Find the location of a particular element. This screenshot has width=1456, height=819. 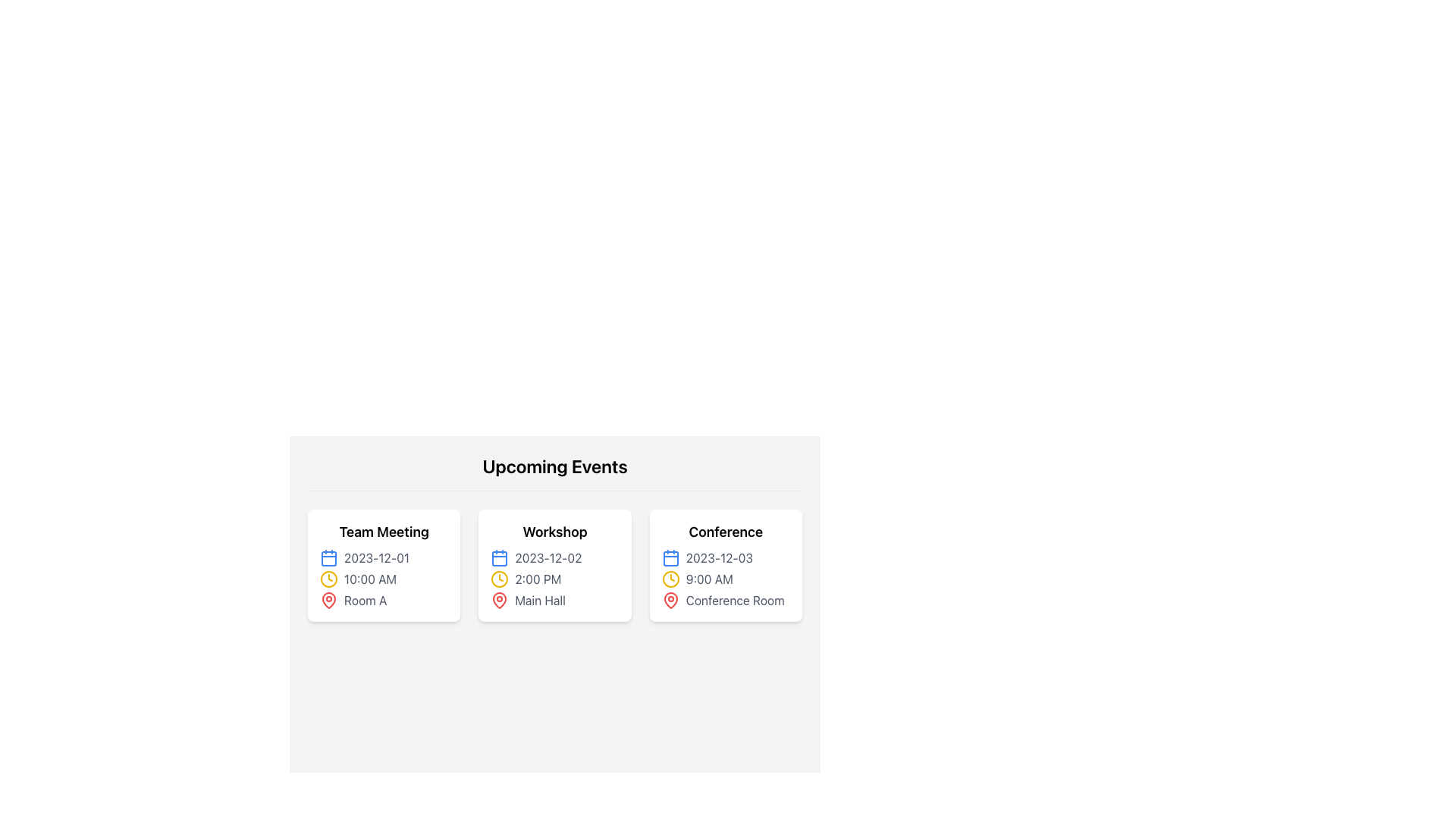

the stylized clock icon located in the middle card of the 'Upcoming Events' section, which is aligned to the left of the time text '2:00 PM' is located at coordinates (500, 579).